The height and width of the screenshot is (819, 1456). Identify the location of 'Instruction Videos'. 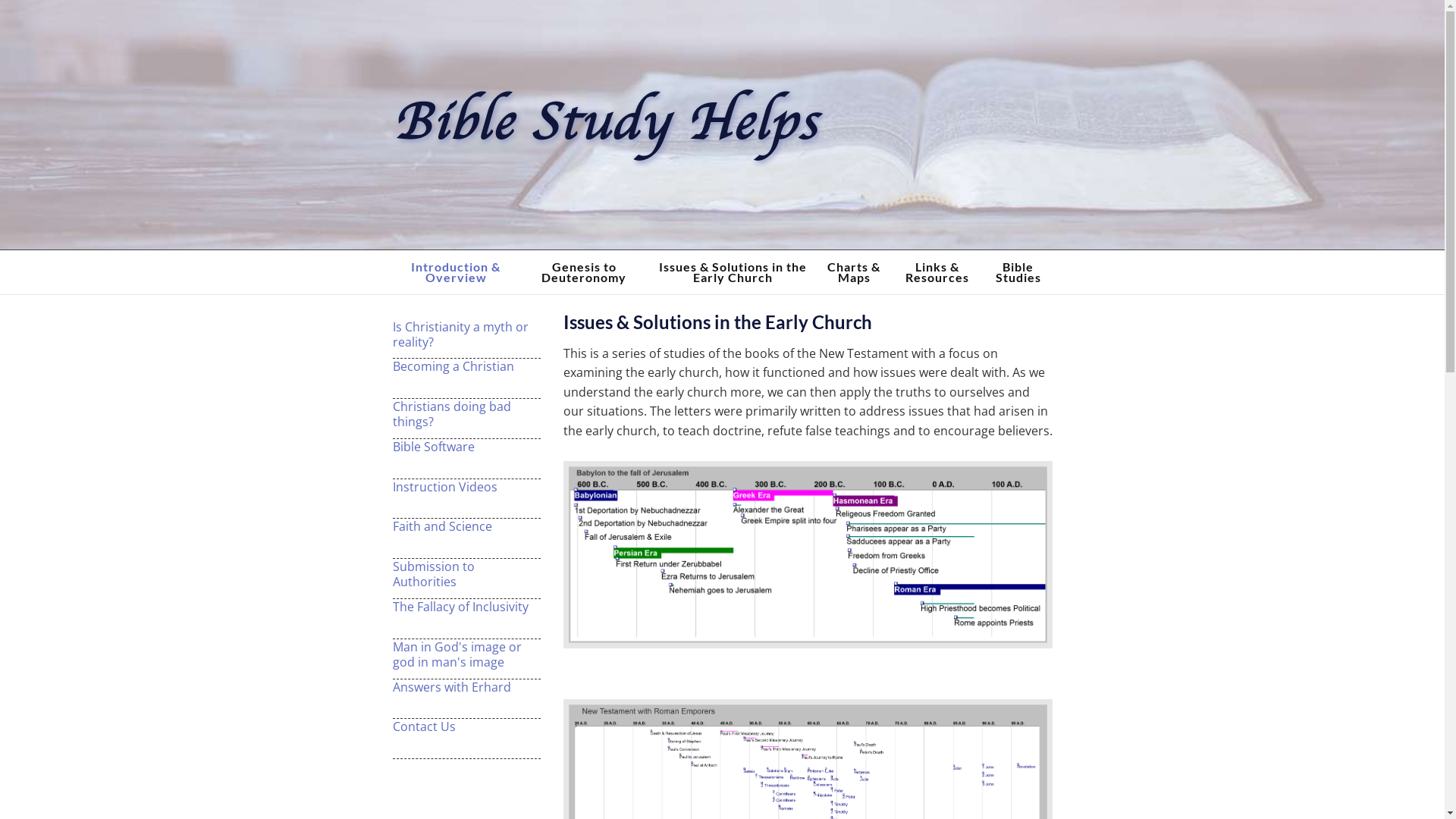
(393, 486).